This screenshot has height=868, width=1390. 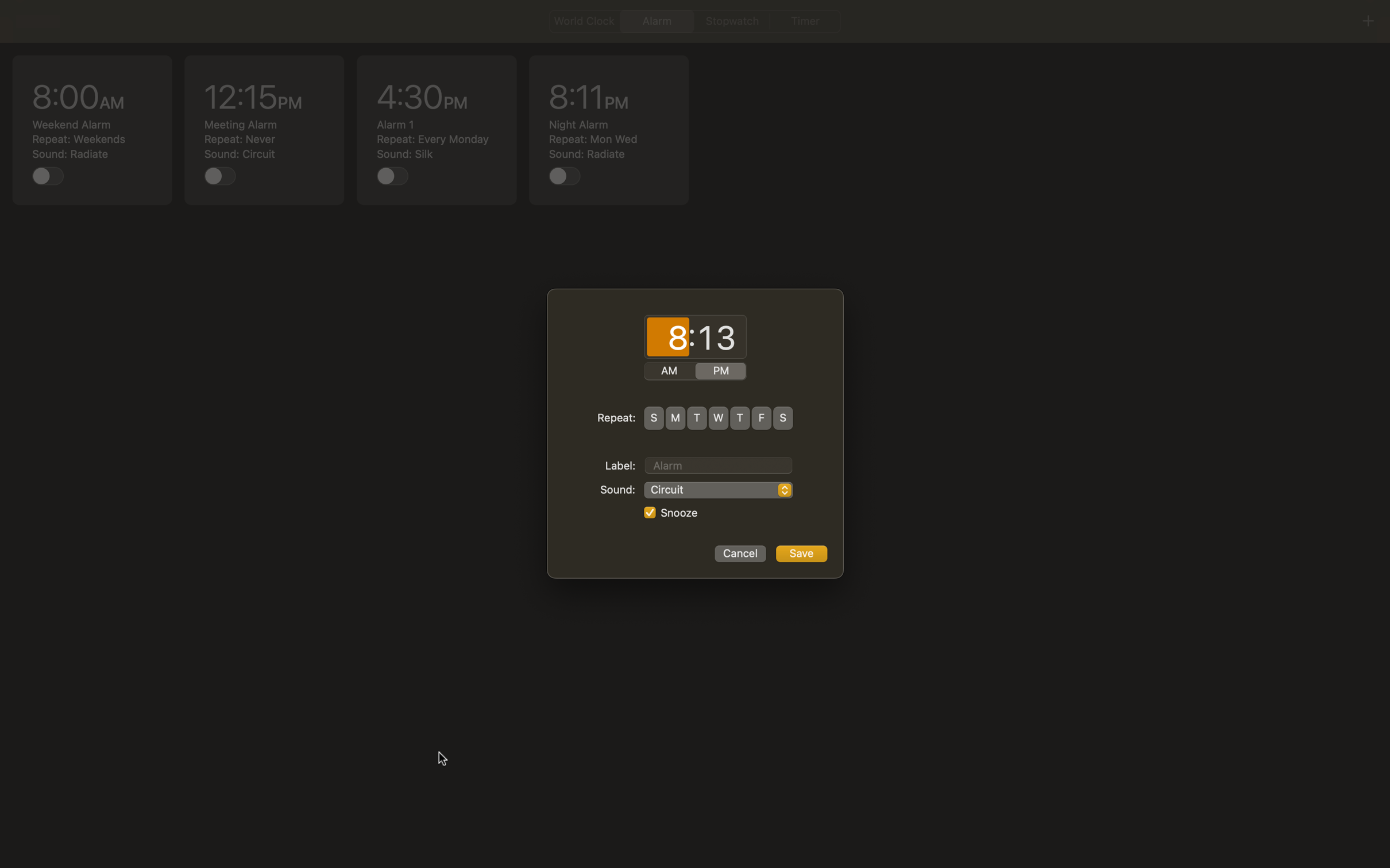 I want to click on Confirm alarm setup, so click(x=801, y=553).